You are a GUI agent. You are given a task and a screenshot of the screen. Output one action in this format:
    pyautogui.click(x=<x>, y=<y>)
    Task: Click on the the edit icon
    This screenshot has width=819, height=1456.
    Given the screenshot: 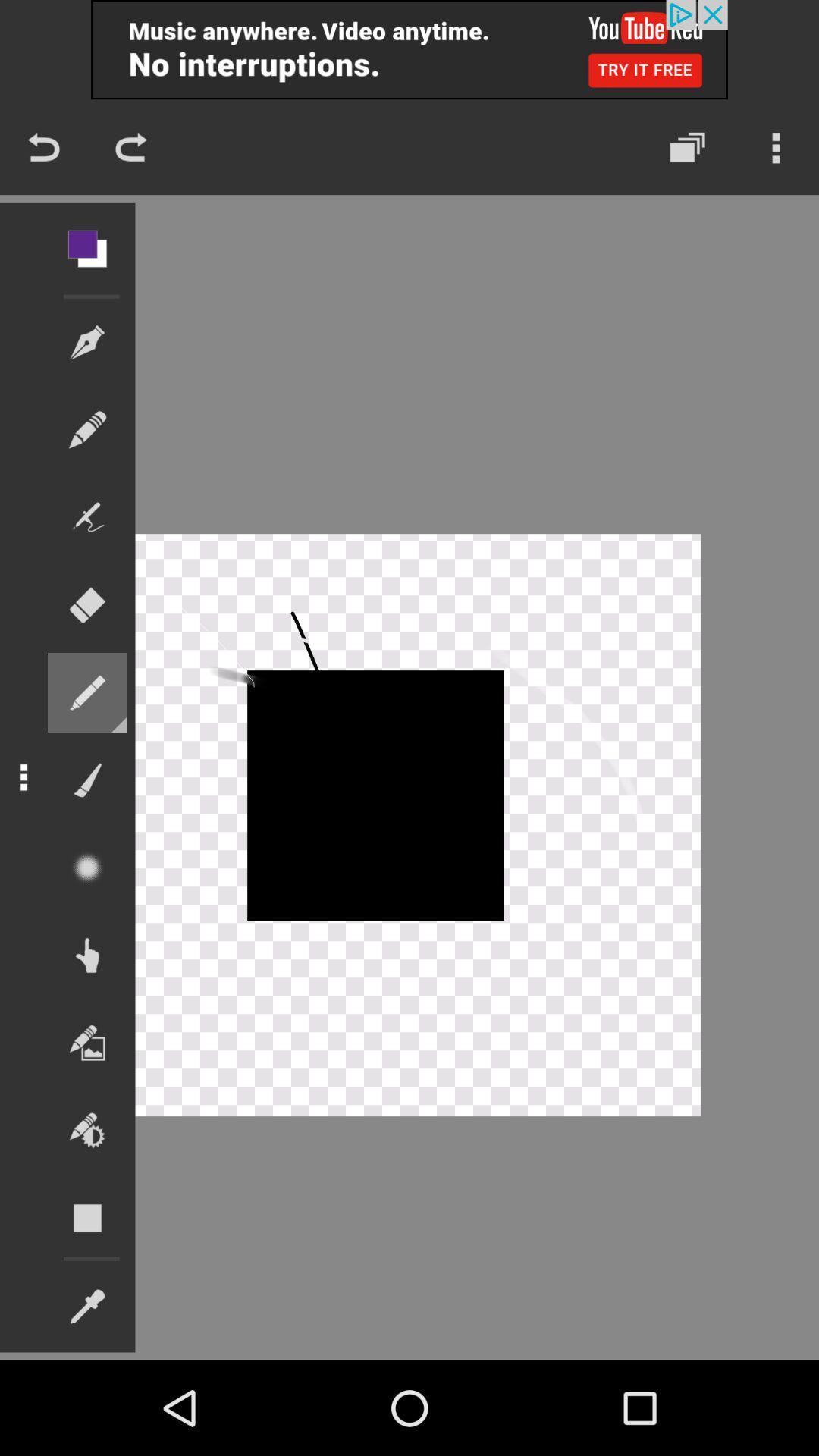 What is the action you would take?
    pyautogui.click(x=87, y=692)
    